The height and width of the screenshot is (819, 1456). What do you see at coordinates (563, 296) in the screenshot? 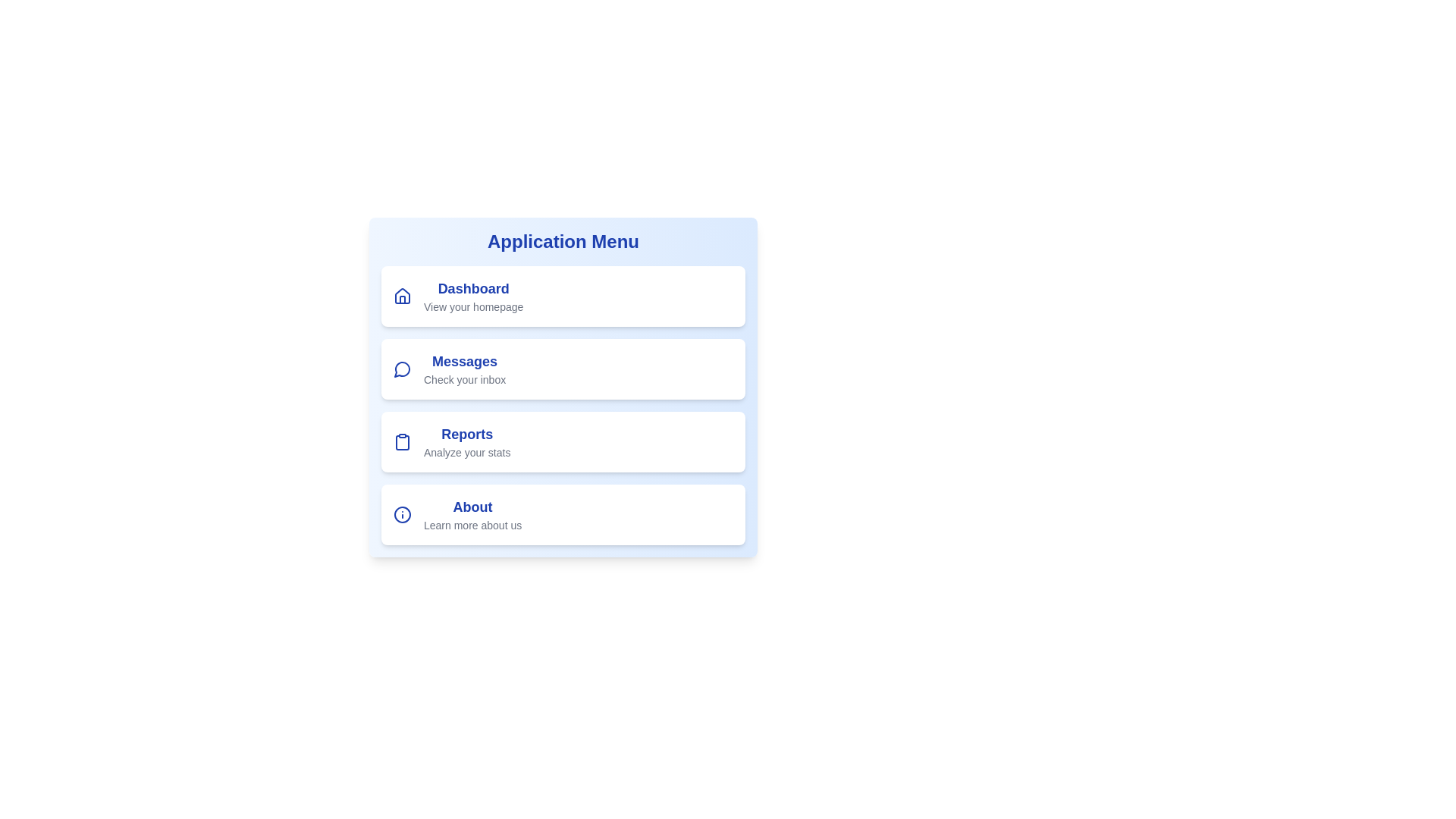
I see `the menu item Dashboard to navigate` at bounding box center [563, 296].